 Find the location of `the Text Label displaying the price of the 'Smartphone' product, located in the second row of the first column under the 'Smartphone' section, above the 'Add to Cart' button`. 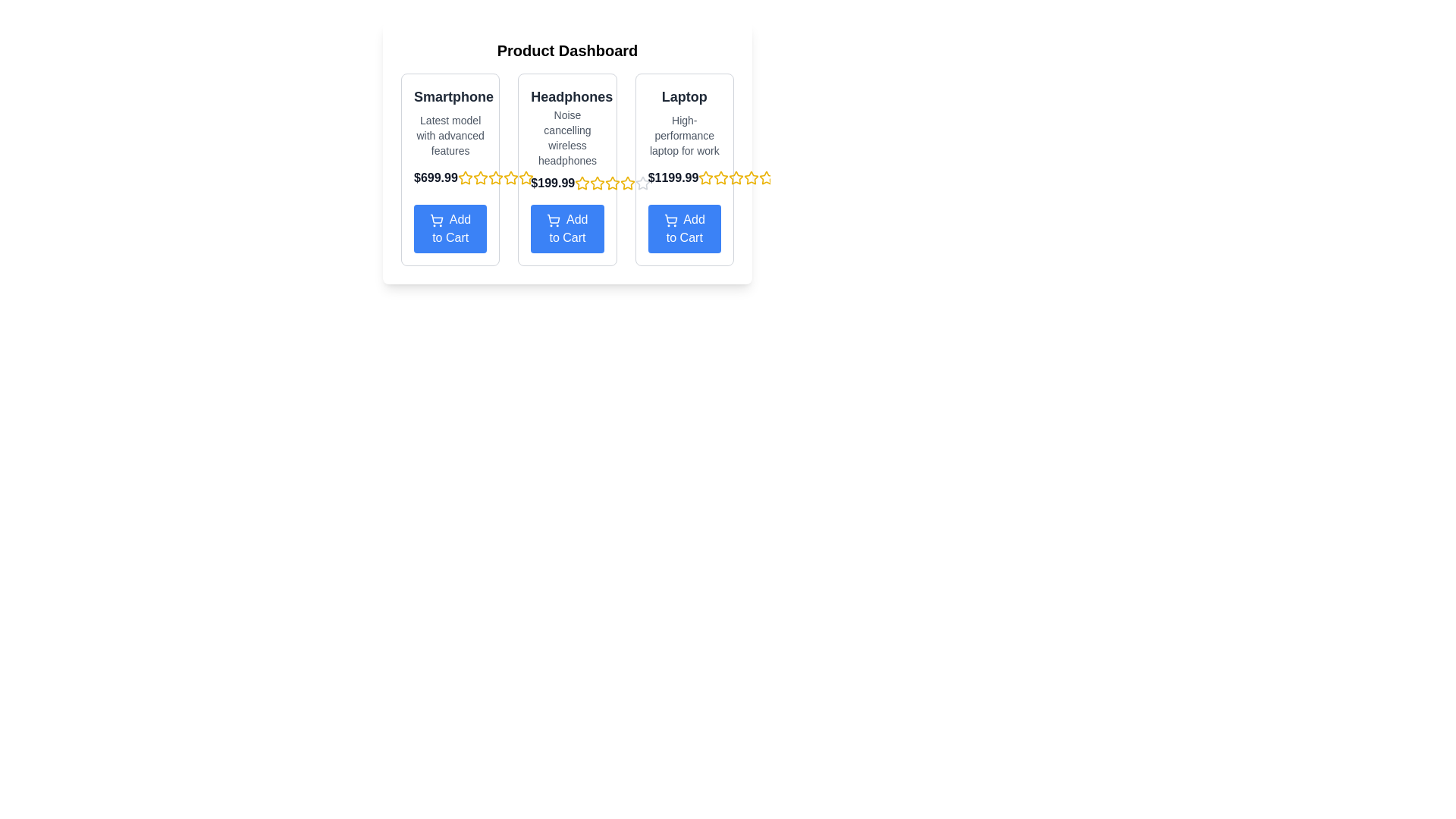

the Text Label displaying the price of the 'Smartphone' product, located in the second row of the first column under the 'Smartphone' section, above the 'Add to Cart' button is located at coordinates (450, 177).